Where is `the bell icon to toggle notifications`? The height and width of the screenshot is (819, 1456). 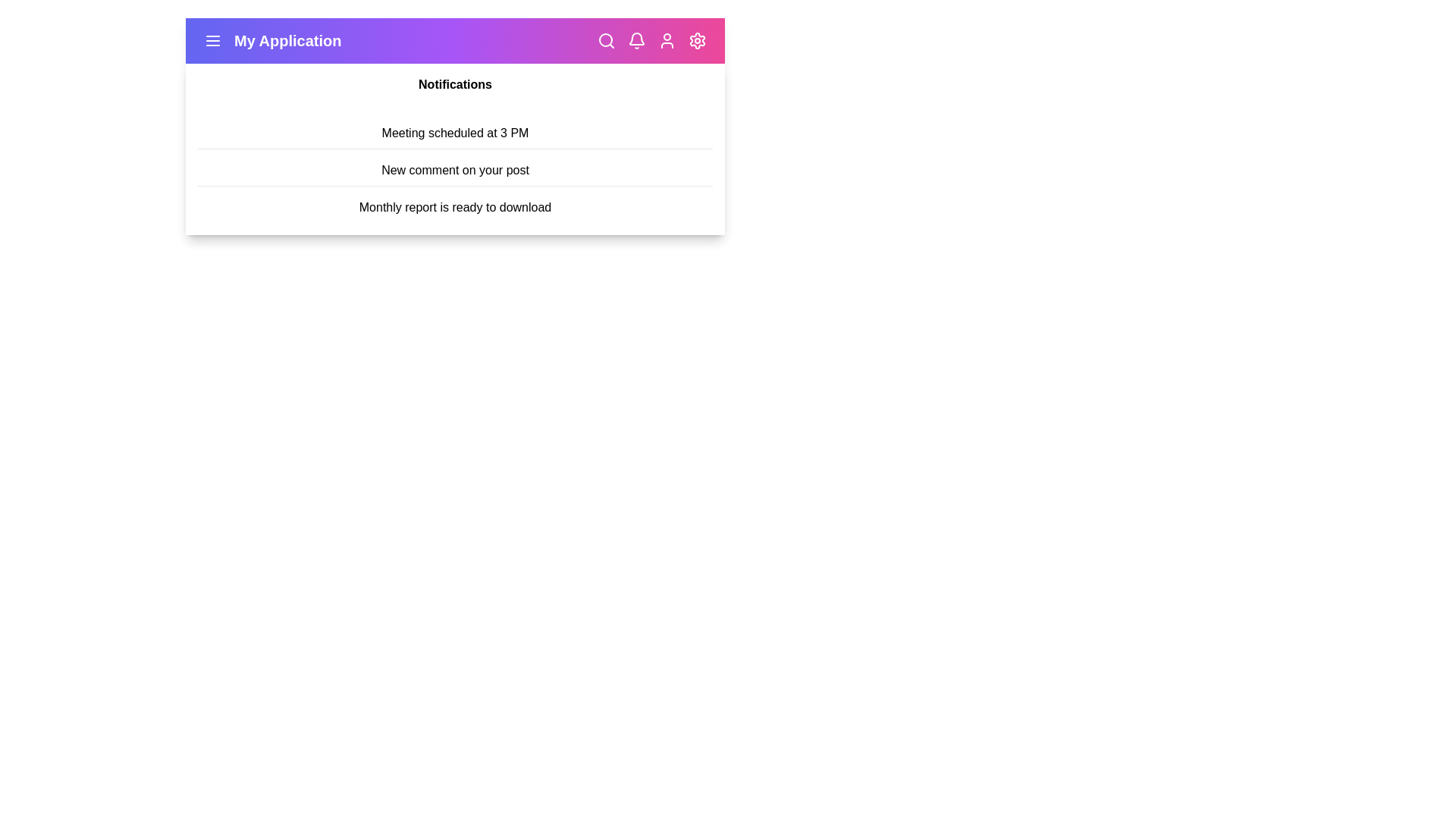 the bell icon to toggle notifications is located at coordinates (637, 40).